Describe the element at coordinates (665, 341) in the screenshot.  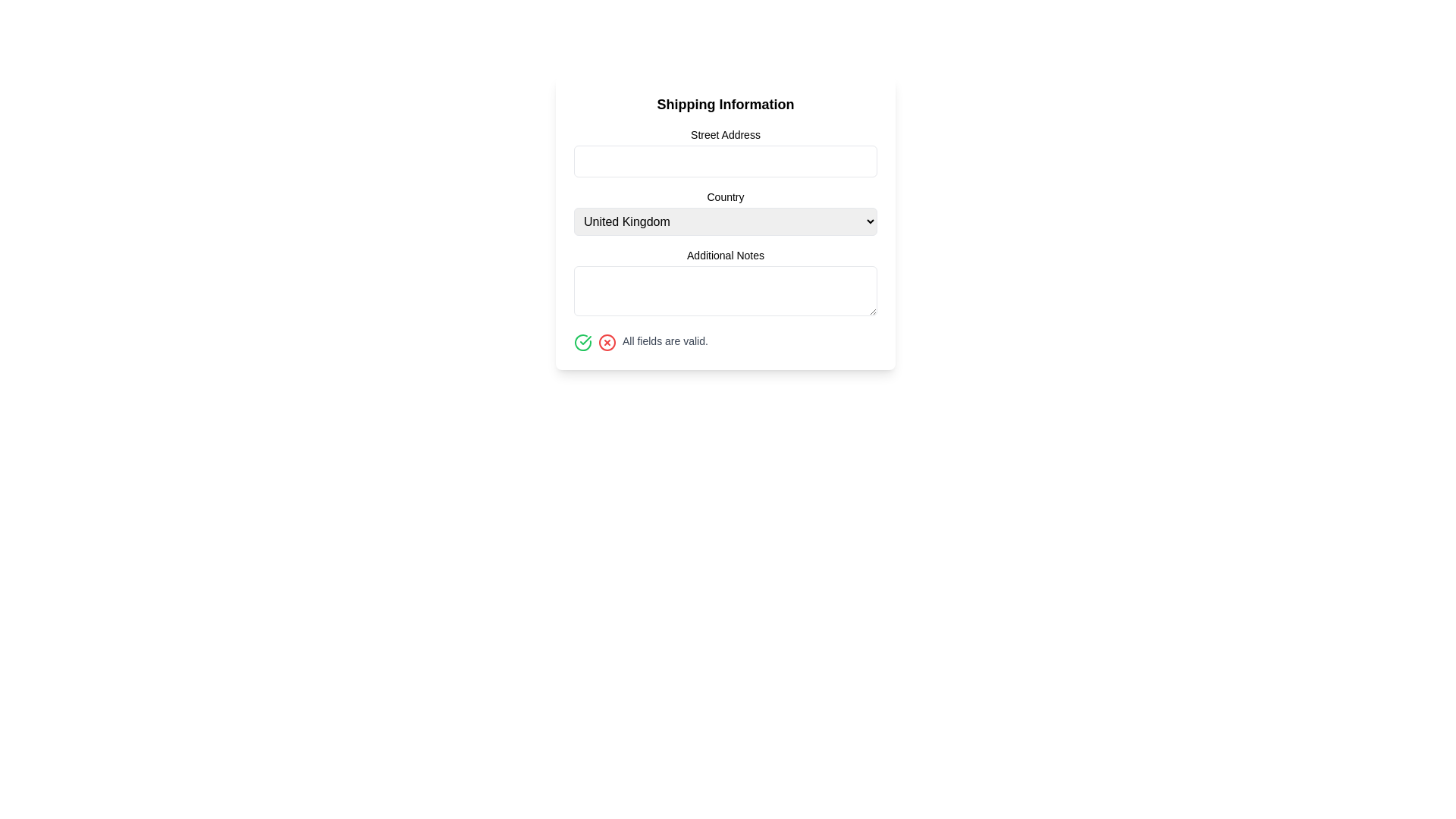
I see `the static text indicating that all form fields have been filled out correctly, located at the bottom-left corner of the form, to the right of the green checkmark and red cross icons` at that location.